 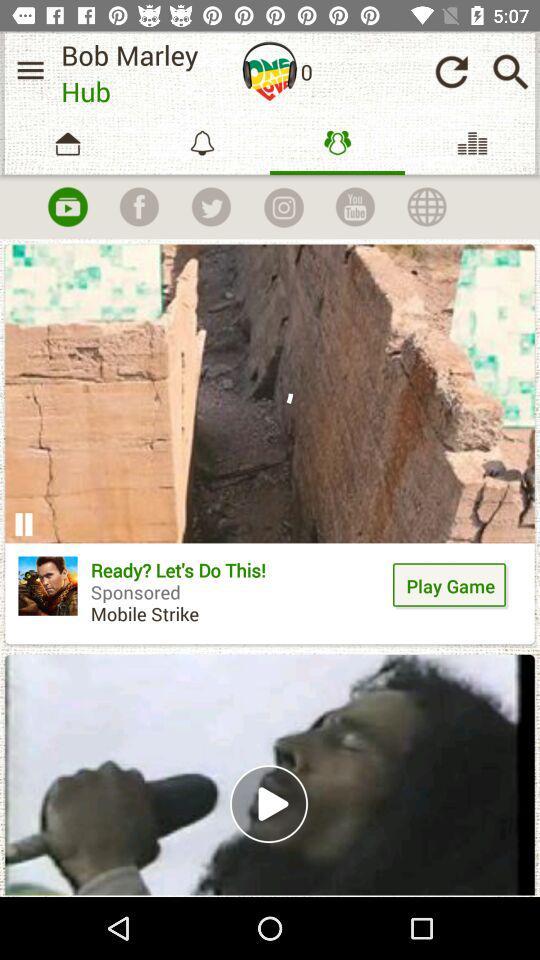 What do you see at coordinates (426, 207) in the screenshot?
I see `the globe icon` at bounding box center [426, 207].